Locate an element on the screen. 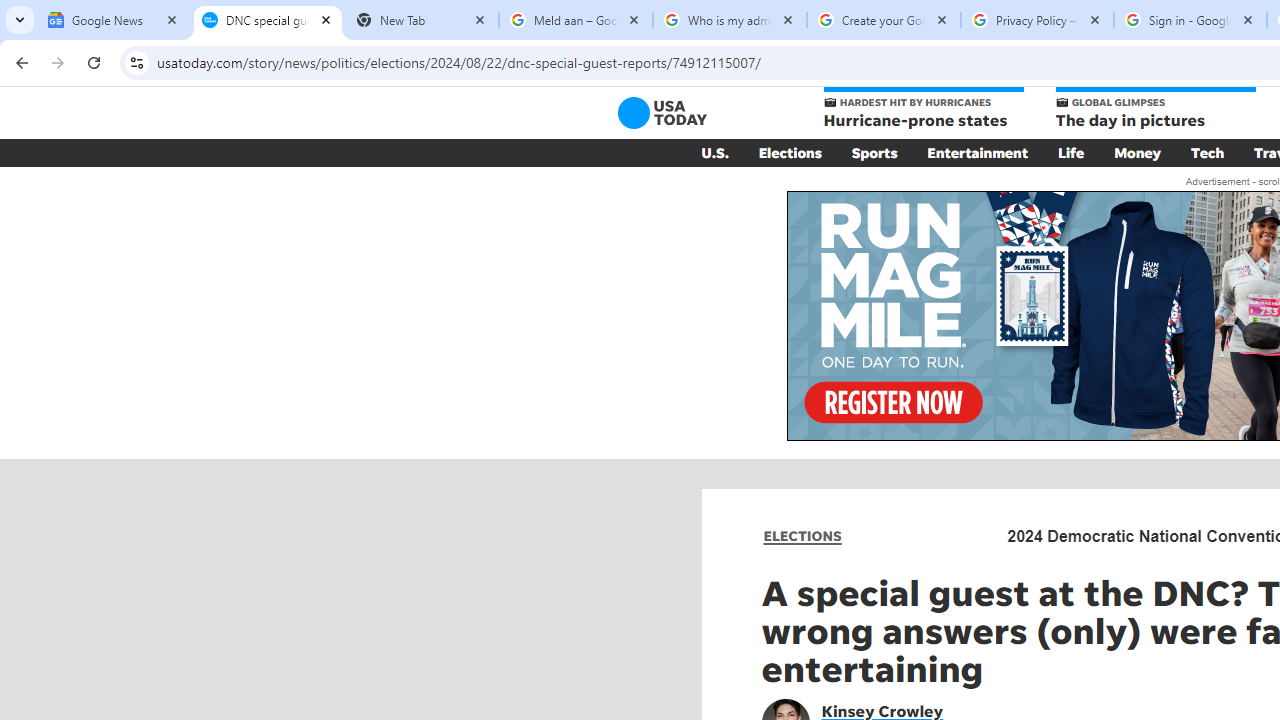  'Sign in - Google Accounts' is located at coordinates (1190, 20).